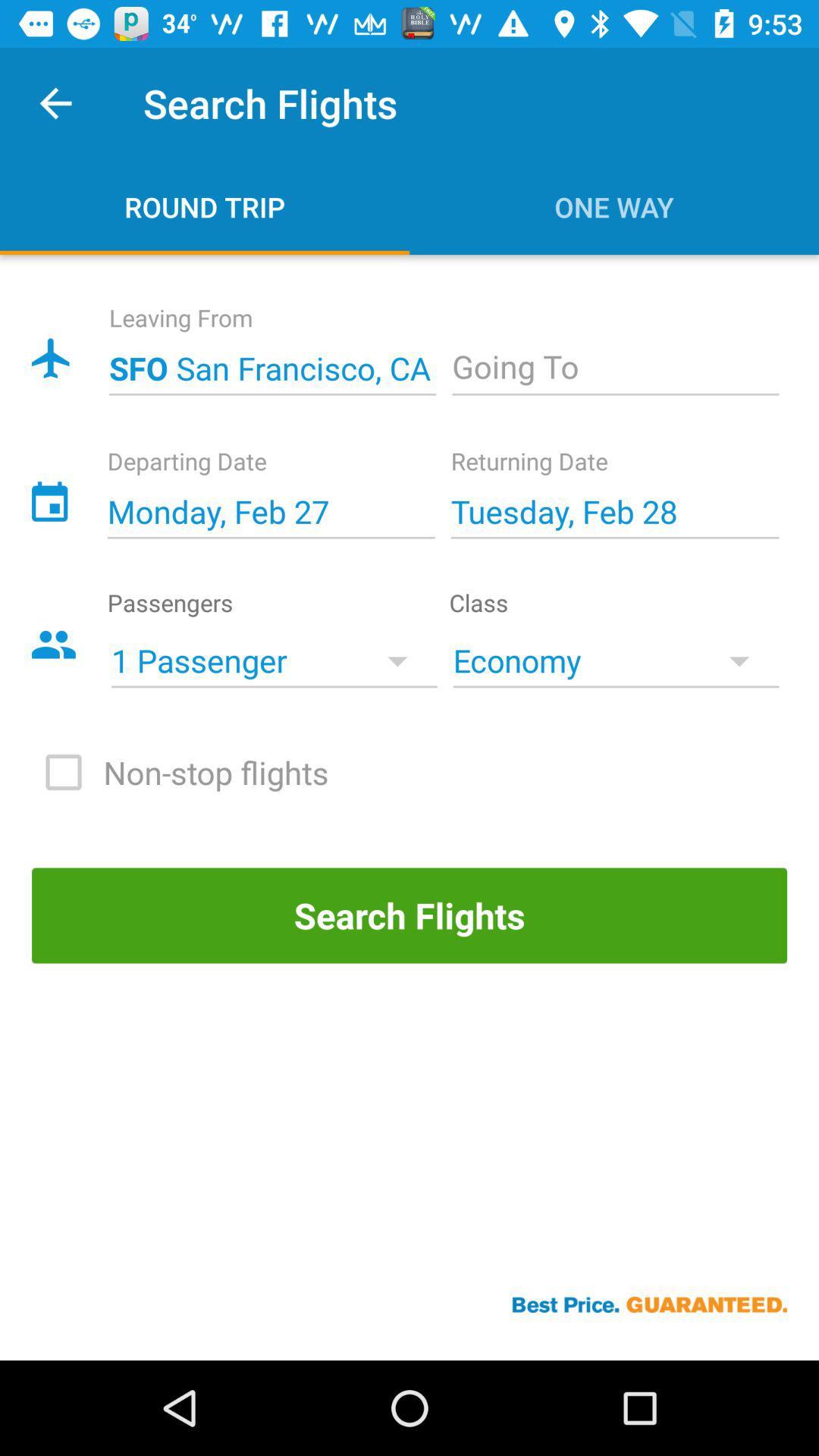  What do you see at coordinates (615, 369) in the screenshot?
I see `describe the airport you are going to` at bounding box center [615, 369].